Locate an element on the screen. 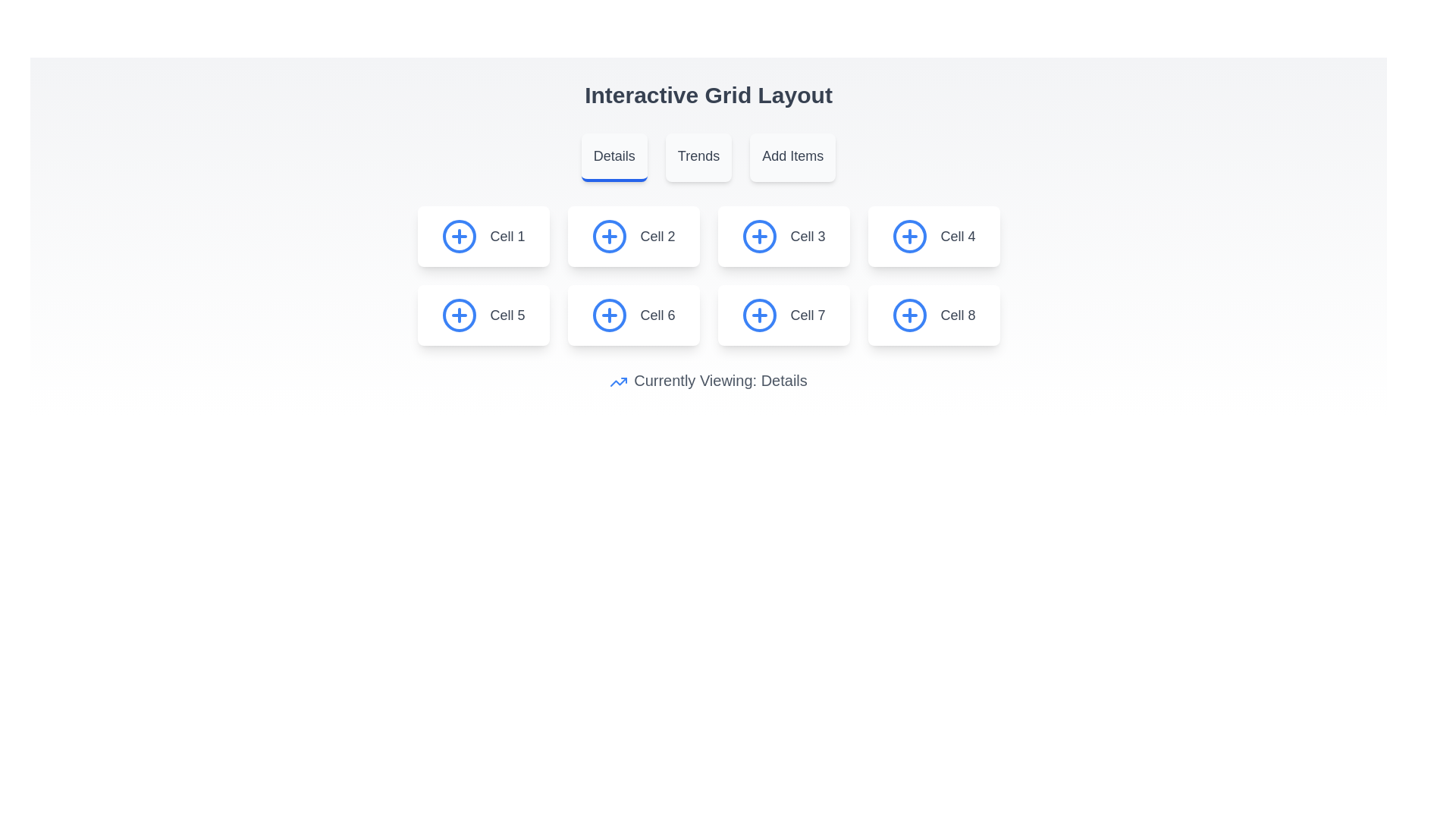  the Circle icon with embedded plus sign located in the top-left cell of the grid, which is above the text 'Cell 1' is located at coordinates (459, 237).